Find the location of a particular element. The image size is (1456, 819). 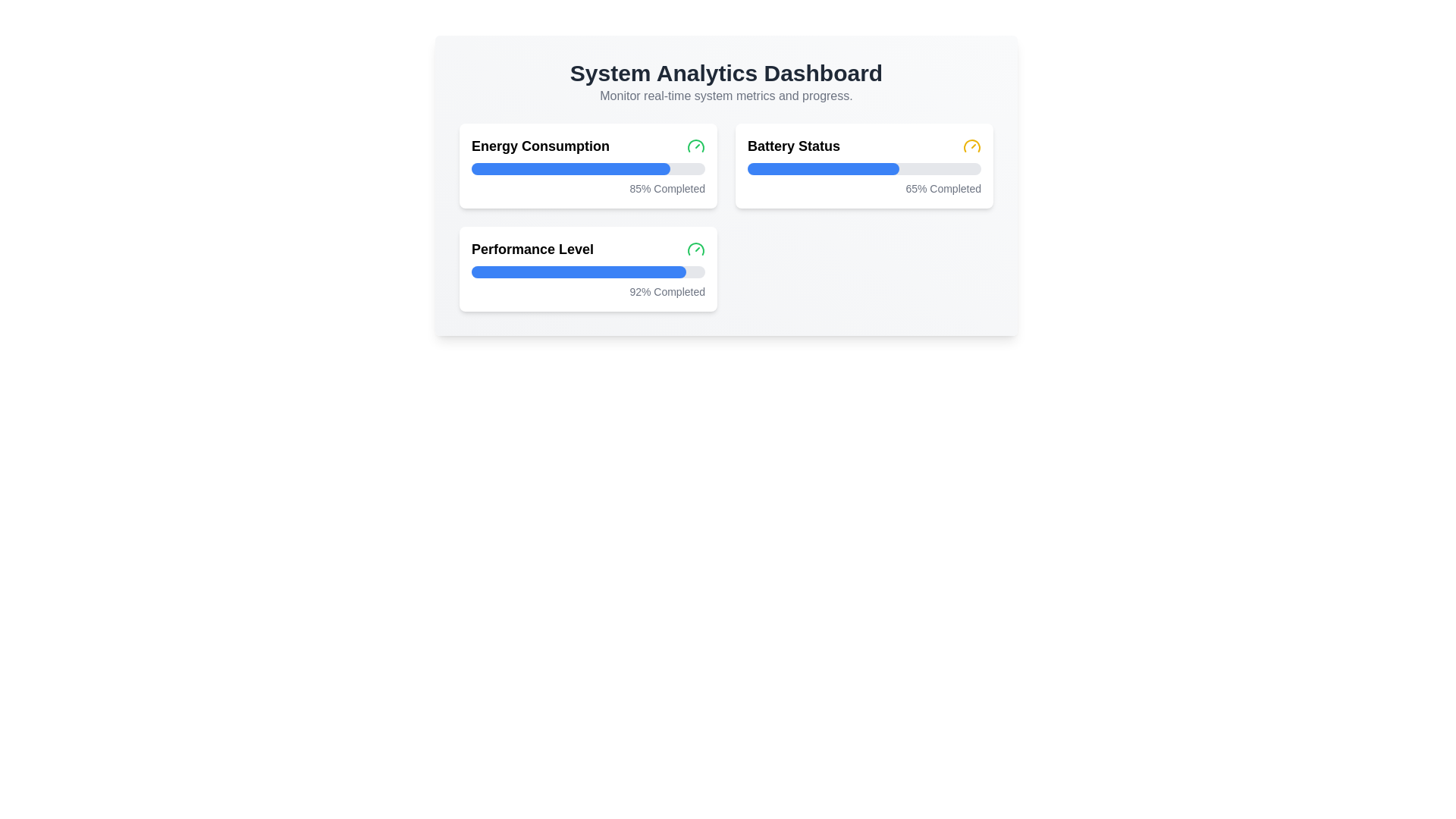

prominent heading element with the text 'System Analytics Dashboard' located at the top-center of the interface is located at coordinates (726, 73).